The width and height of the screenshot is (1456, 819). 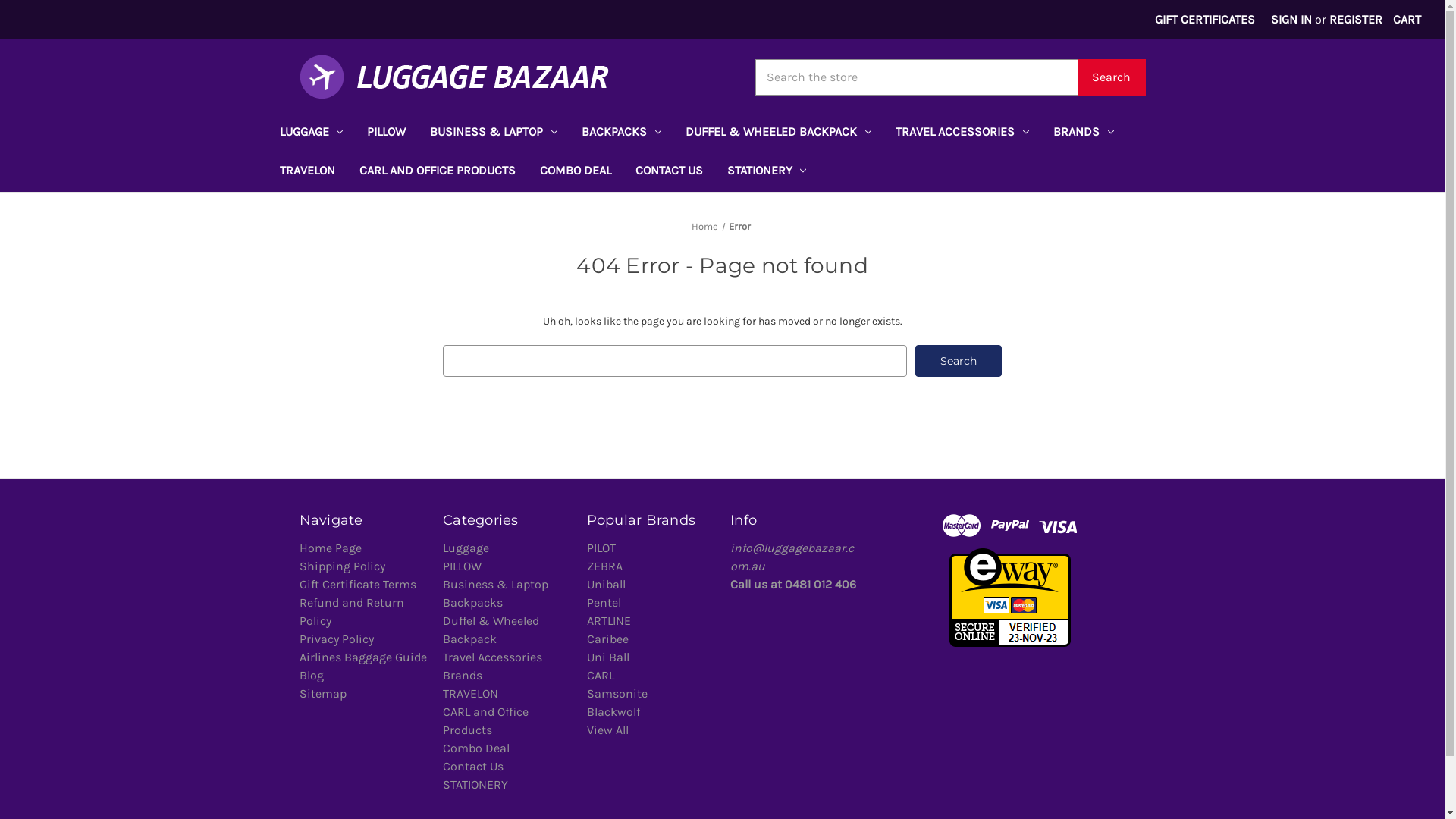 I want to click on 'CARL AND OFFICE PRODUCTS', so click(x=436, y=171).